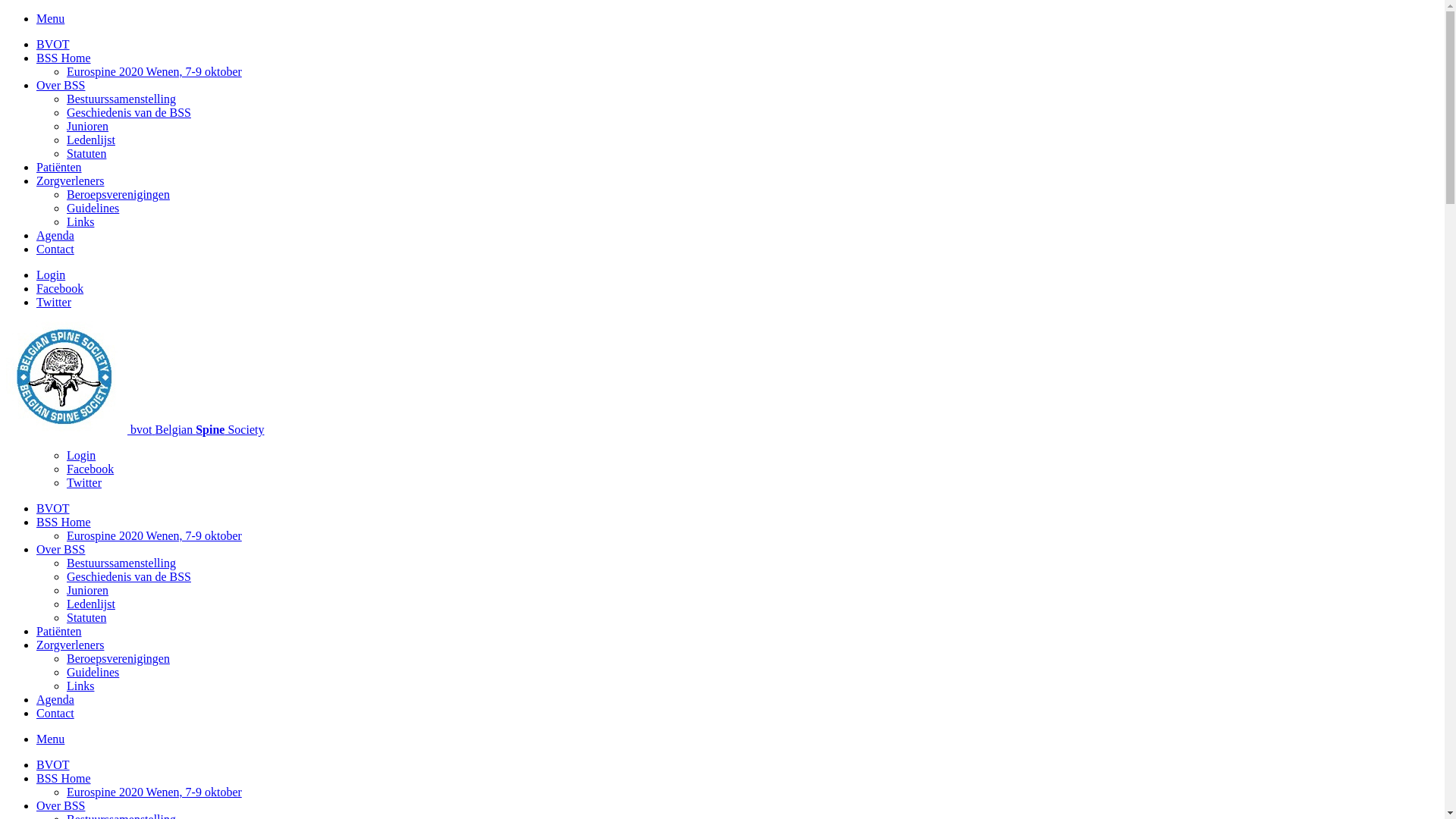 The image size is (1456, 819). What do you see at coordinates (69, 645) in the screenshot?
I see `'Zorgverleners'` at bounding box center [69, 645].